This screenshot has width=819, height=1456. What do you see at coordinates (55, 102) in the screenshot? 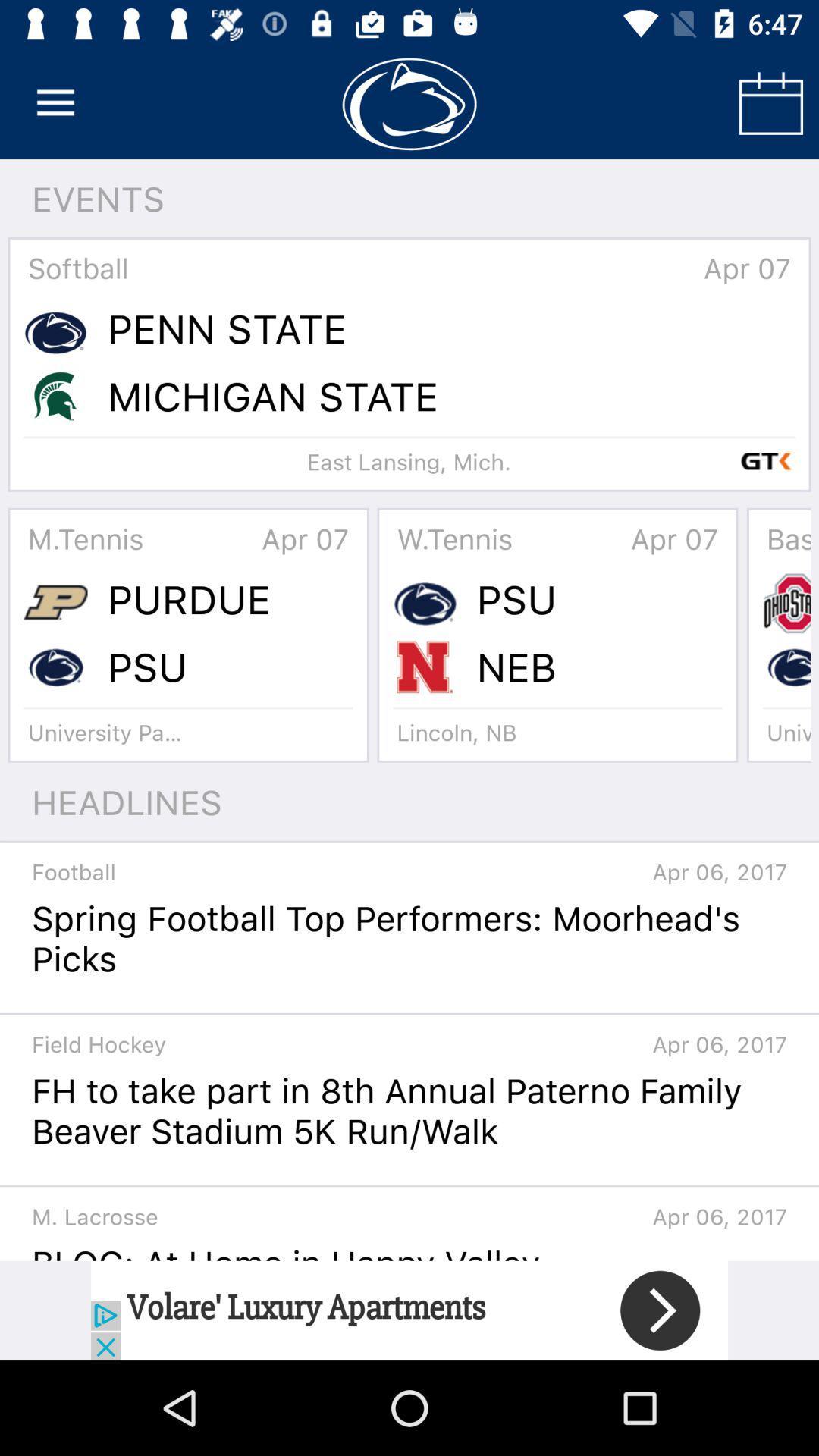
I see `main menu` at bounding box center [55, 102].